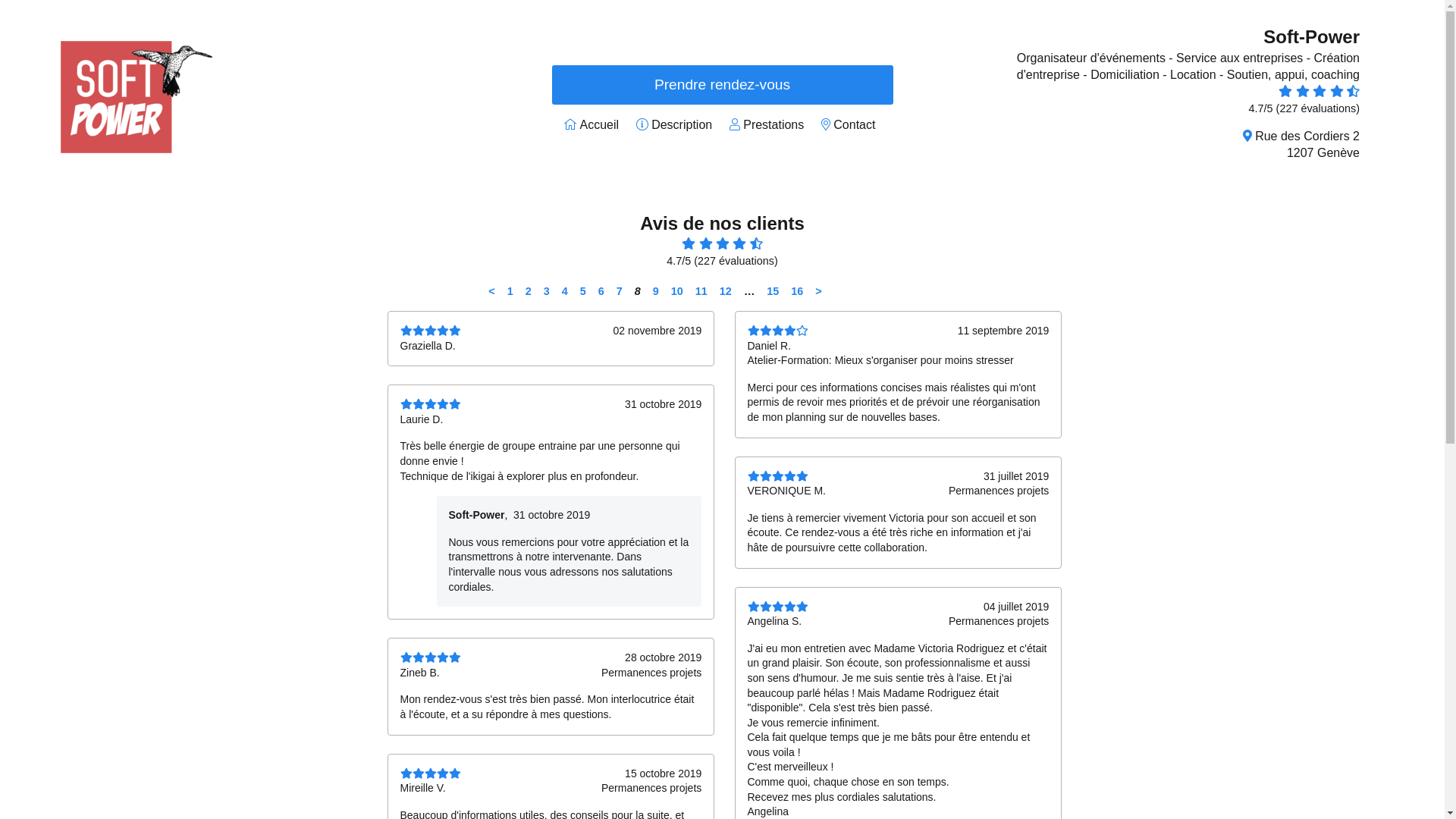  What do you see at coordinates (599, 124) in the screenshot?
I see `'Accueil'` at bounding box center [599, 124].